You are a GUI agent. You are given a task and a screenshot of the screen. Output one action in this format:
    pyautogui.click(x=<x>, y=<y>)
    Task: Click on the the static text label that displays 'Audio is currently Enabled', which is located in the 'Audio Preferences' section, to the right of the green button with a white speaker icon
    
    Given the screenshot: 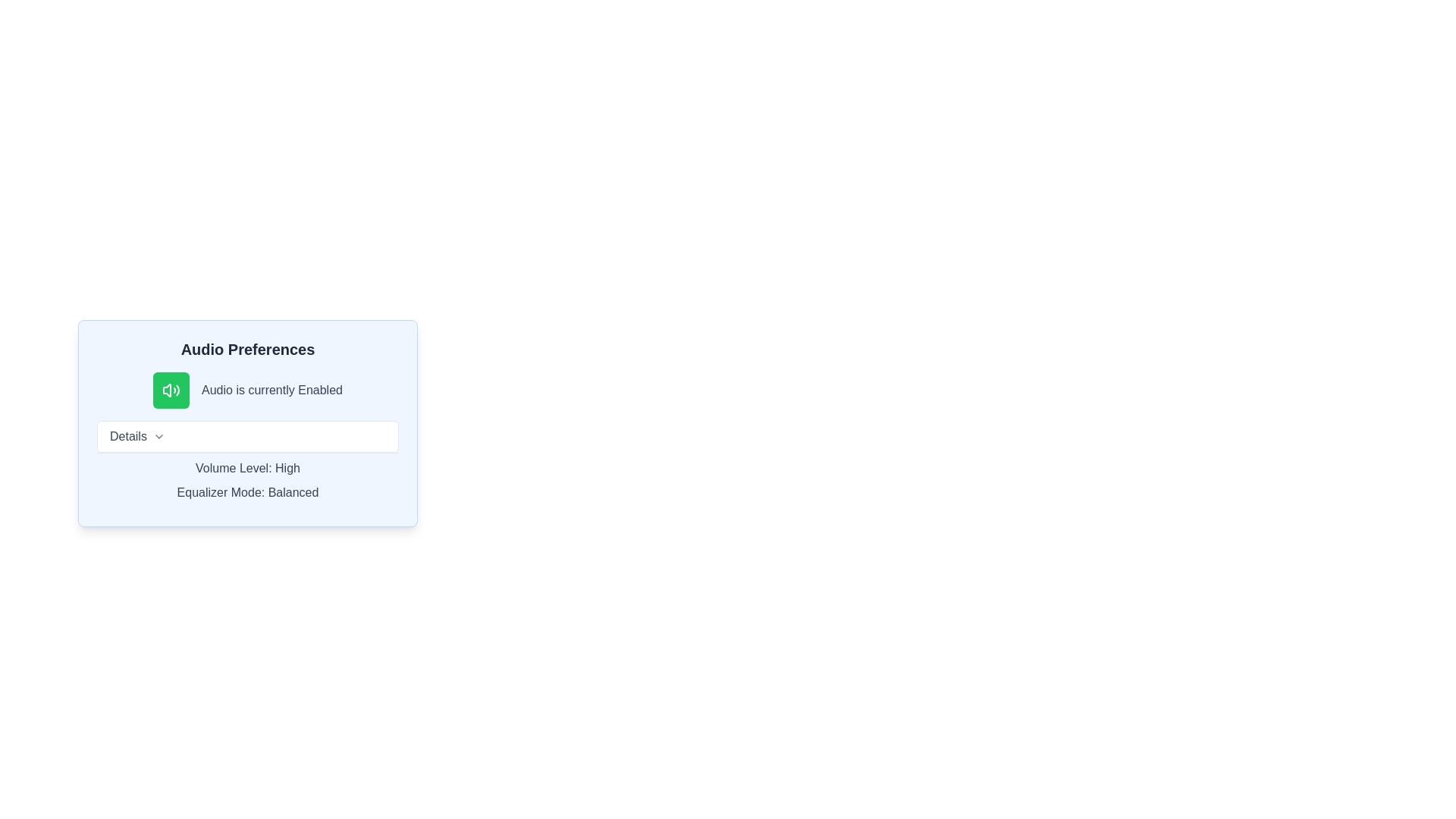 What is the action you would take?
    pyautogui.click(x=272, y=390)
    